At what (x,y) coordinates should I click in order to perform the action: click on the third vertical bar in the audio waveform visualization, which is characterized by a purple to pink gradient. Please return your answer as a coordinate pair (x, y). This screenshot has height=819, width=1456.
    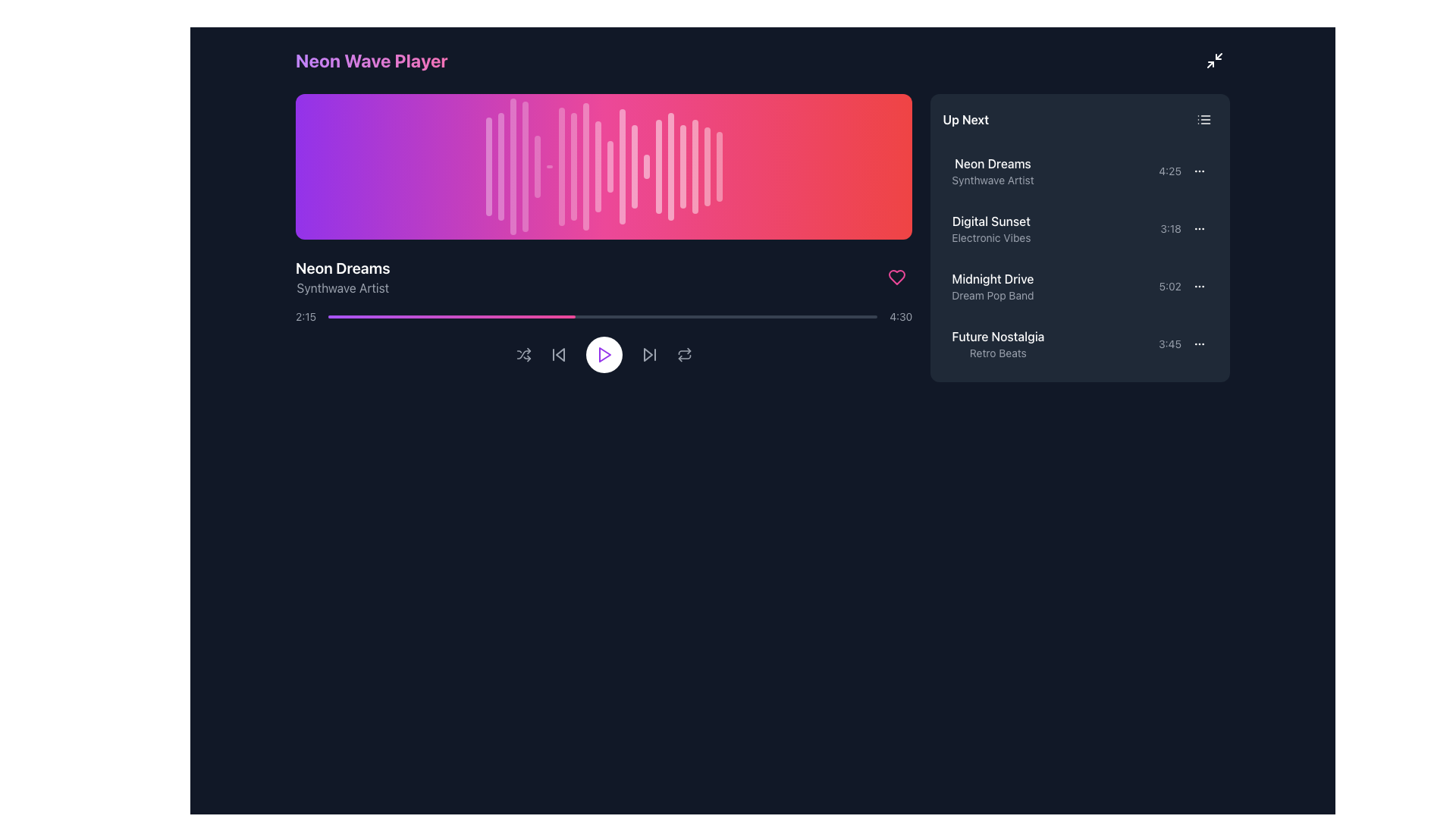
    Looking at the image, I should click on (513, 166).